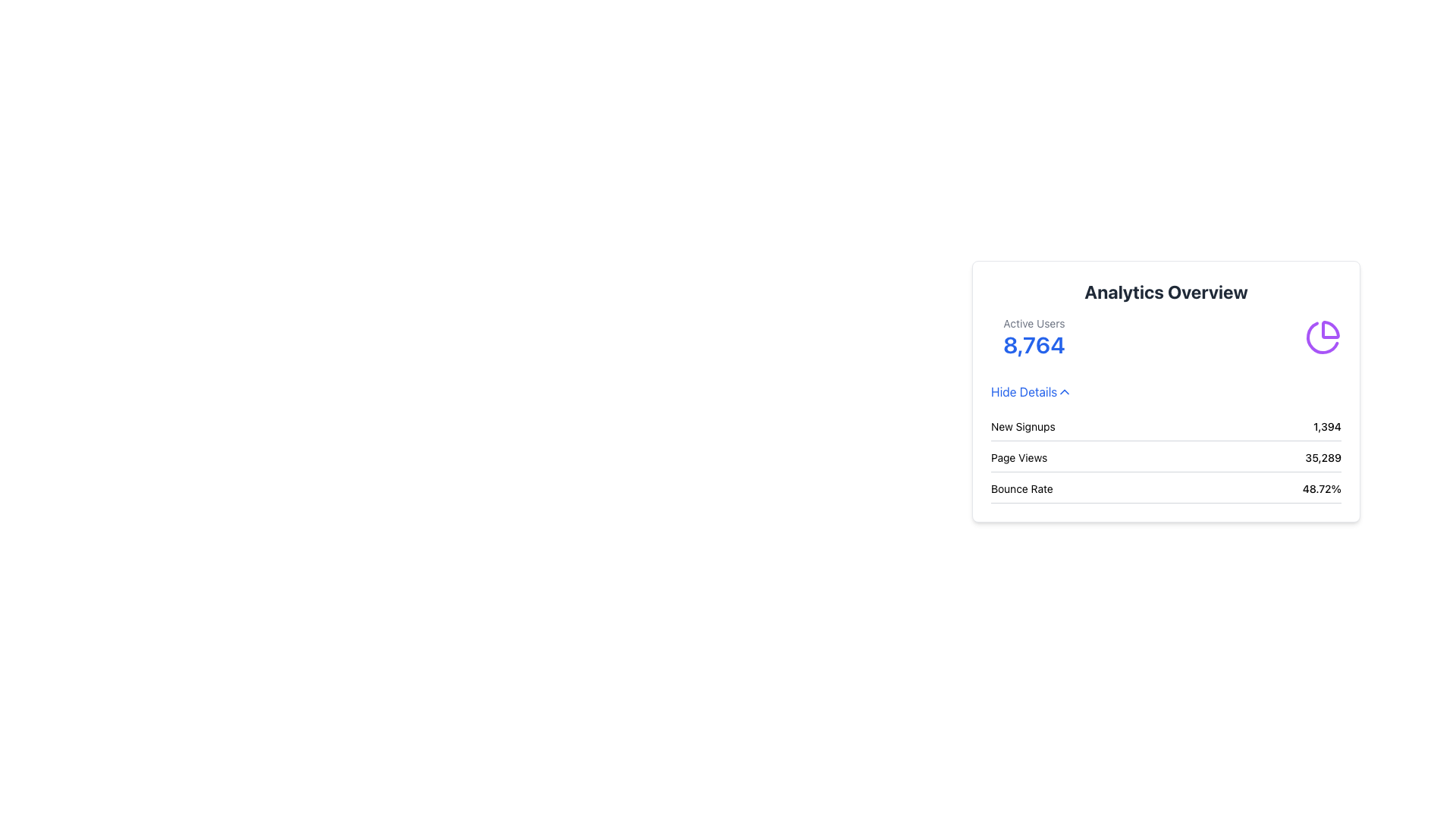  Describe the element at coordinates (1326, 427) in the screenshot. I see `the text label displaying '1,394' located at the end of the 'New Signups' row in the 'Analytics Overview' section` at that location.